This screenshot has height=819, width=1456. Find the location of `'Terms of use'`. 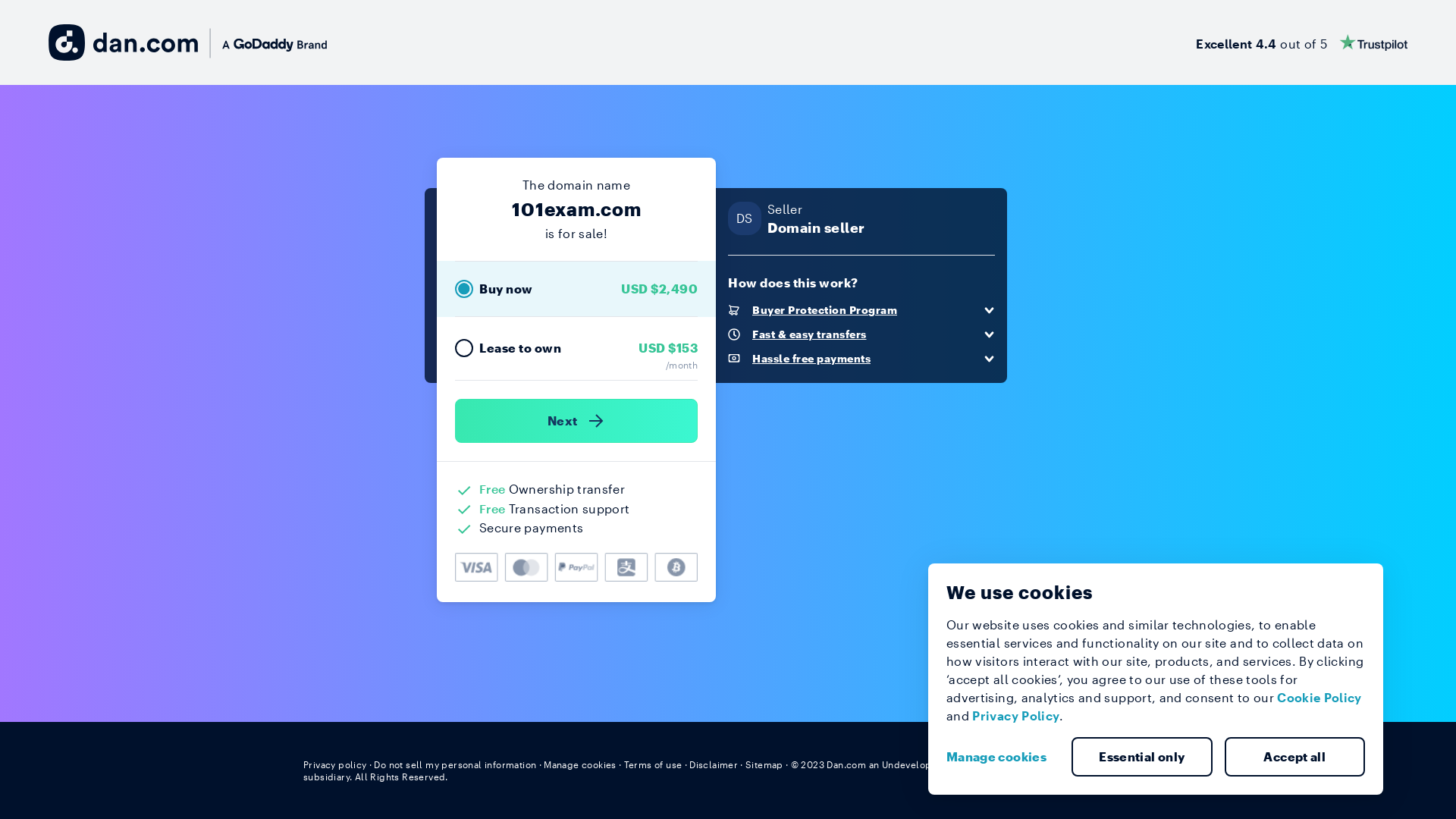

'Terms of use' is located at coordinates (653, 764).